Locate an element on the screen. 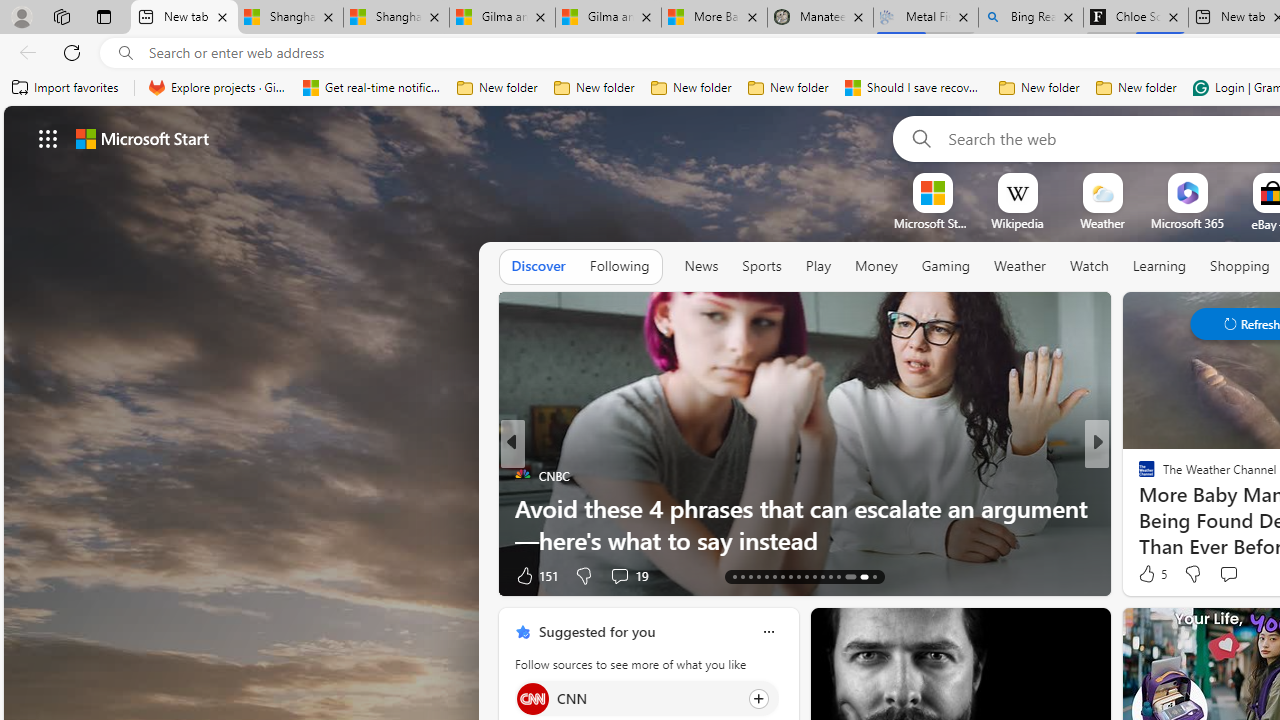 Image resolution: width=1280 pixels, height=720 pixels. 'Watch' is located at coordinates (1088, 265).